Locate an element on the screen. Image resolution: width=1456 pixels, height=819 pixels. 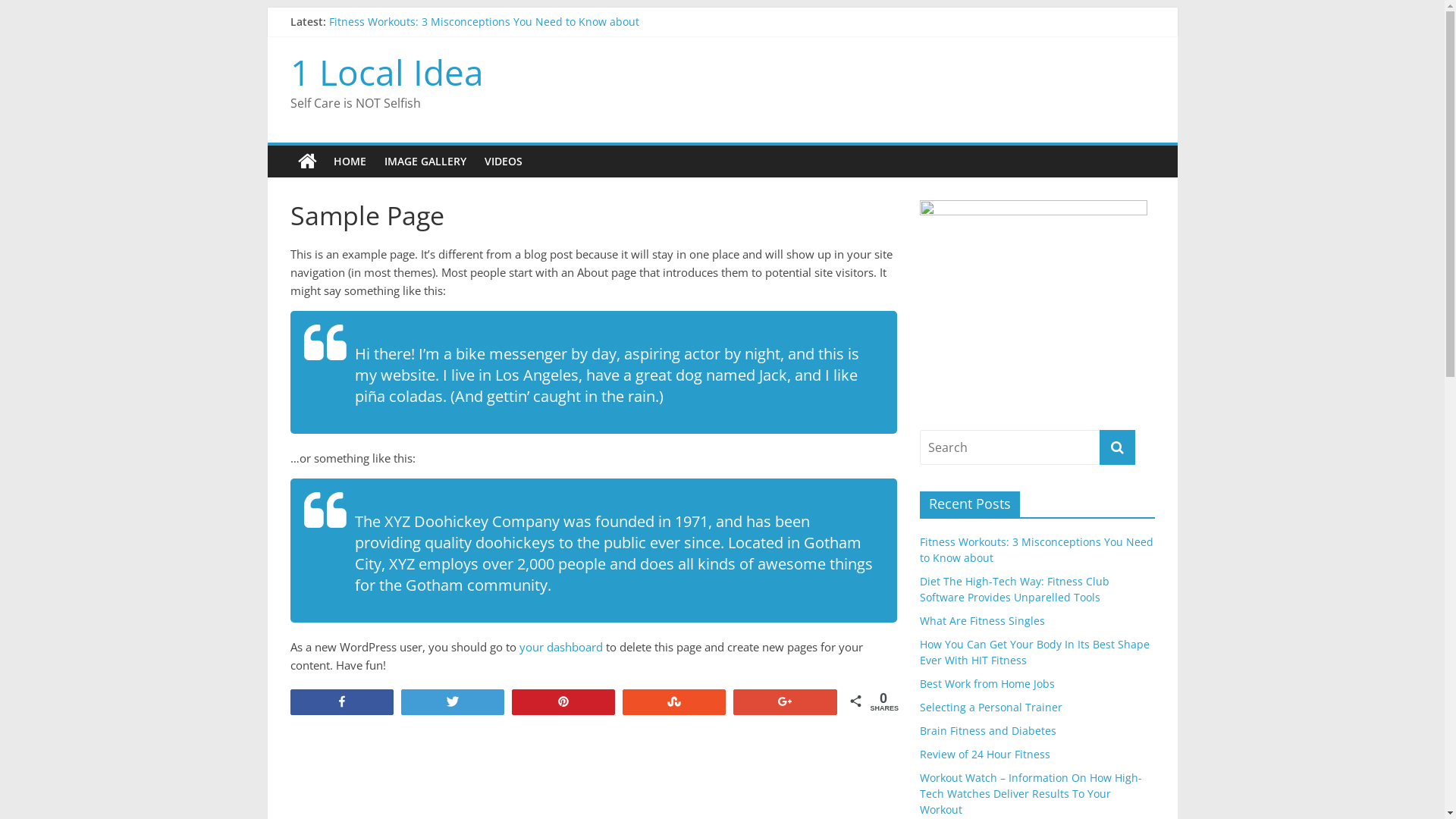
'What Are Fitness Singles' is located at coordinates (981, 620).